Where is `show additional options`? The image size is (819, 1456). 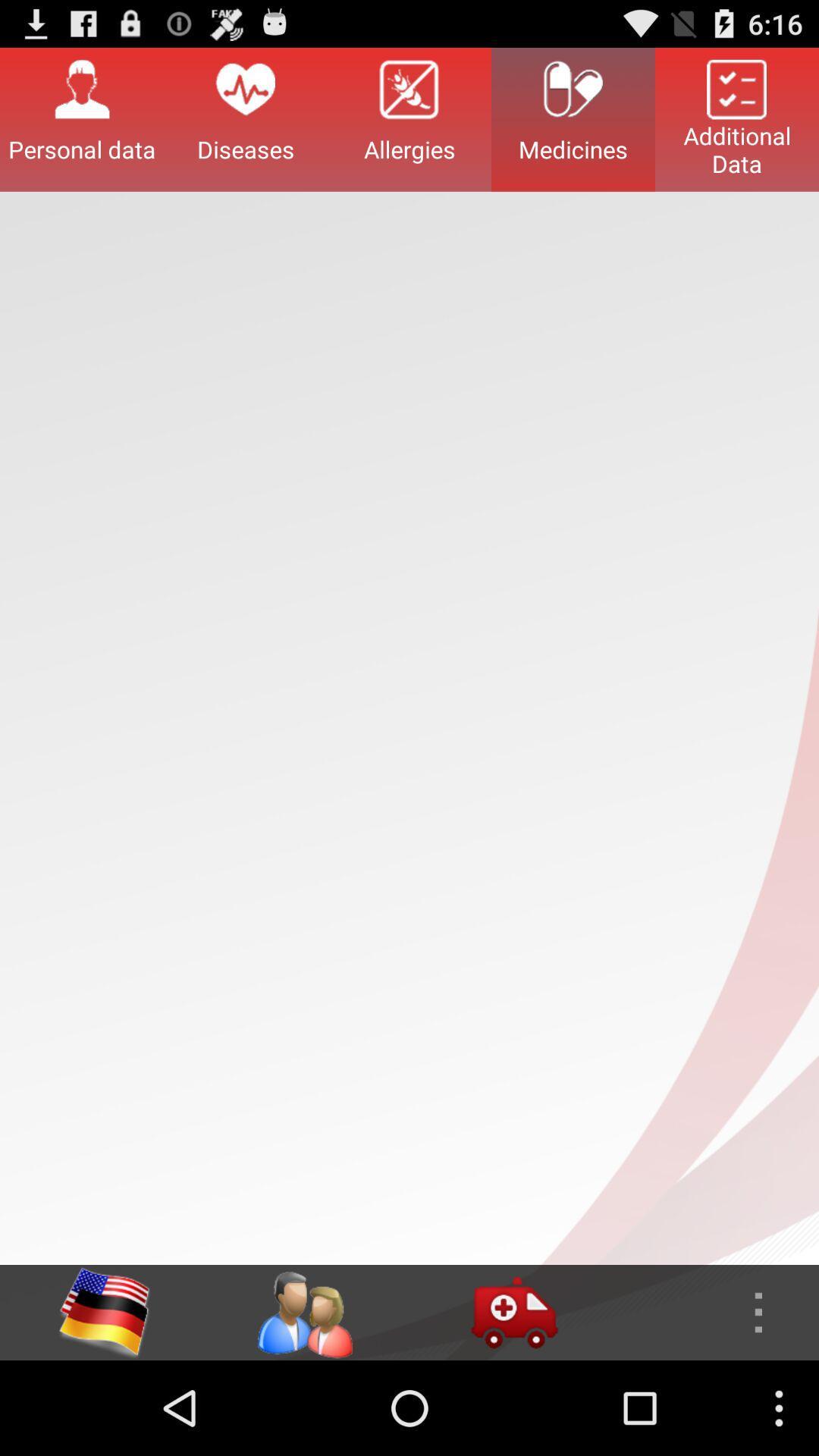
show additional options is located at coordinates (714, 1312).